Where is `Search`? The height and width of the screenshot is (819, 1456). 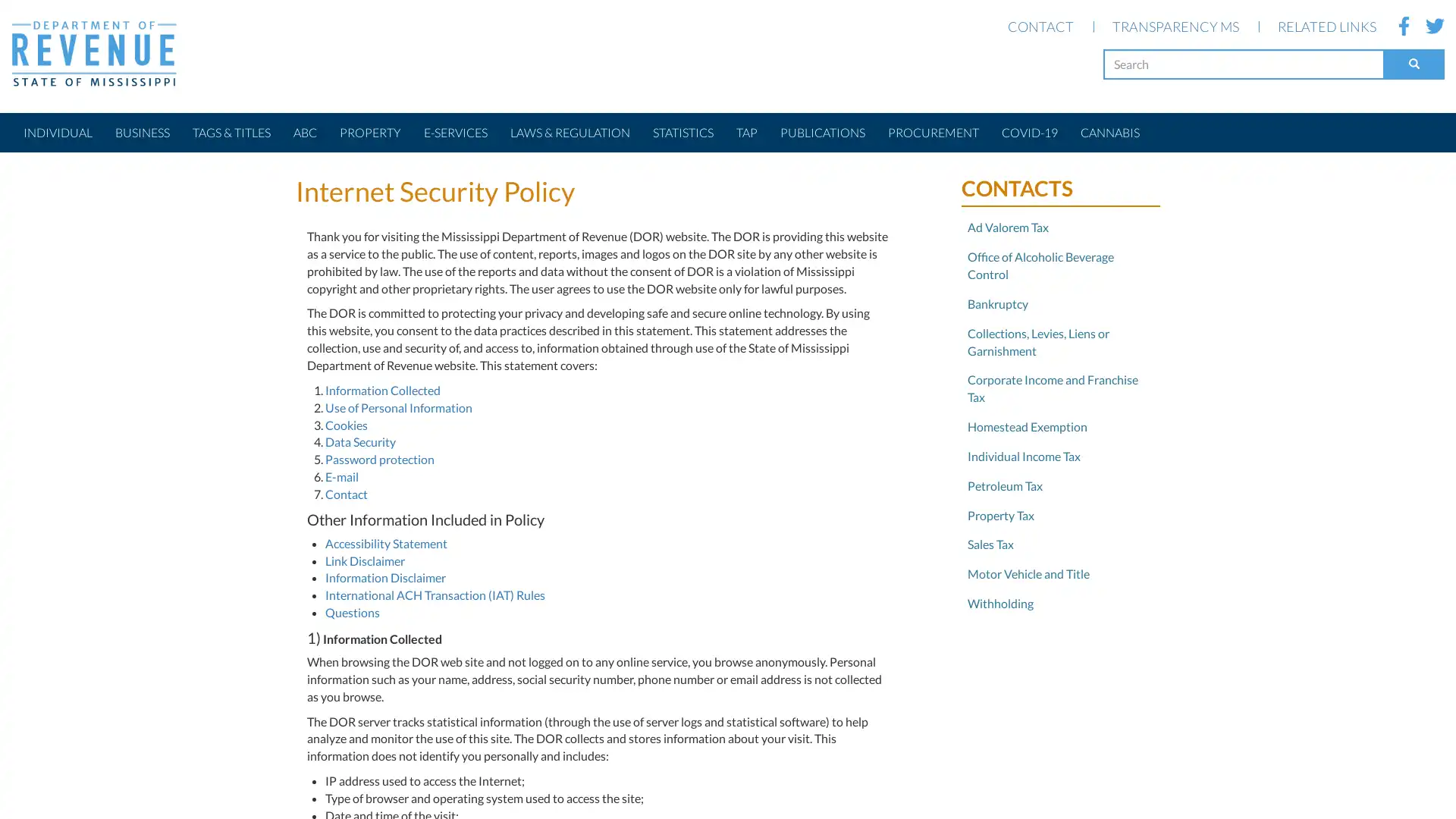 Search is located at coordinates (1414, 63).